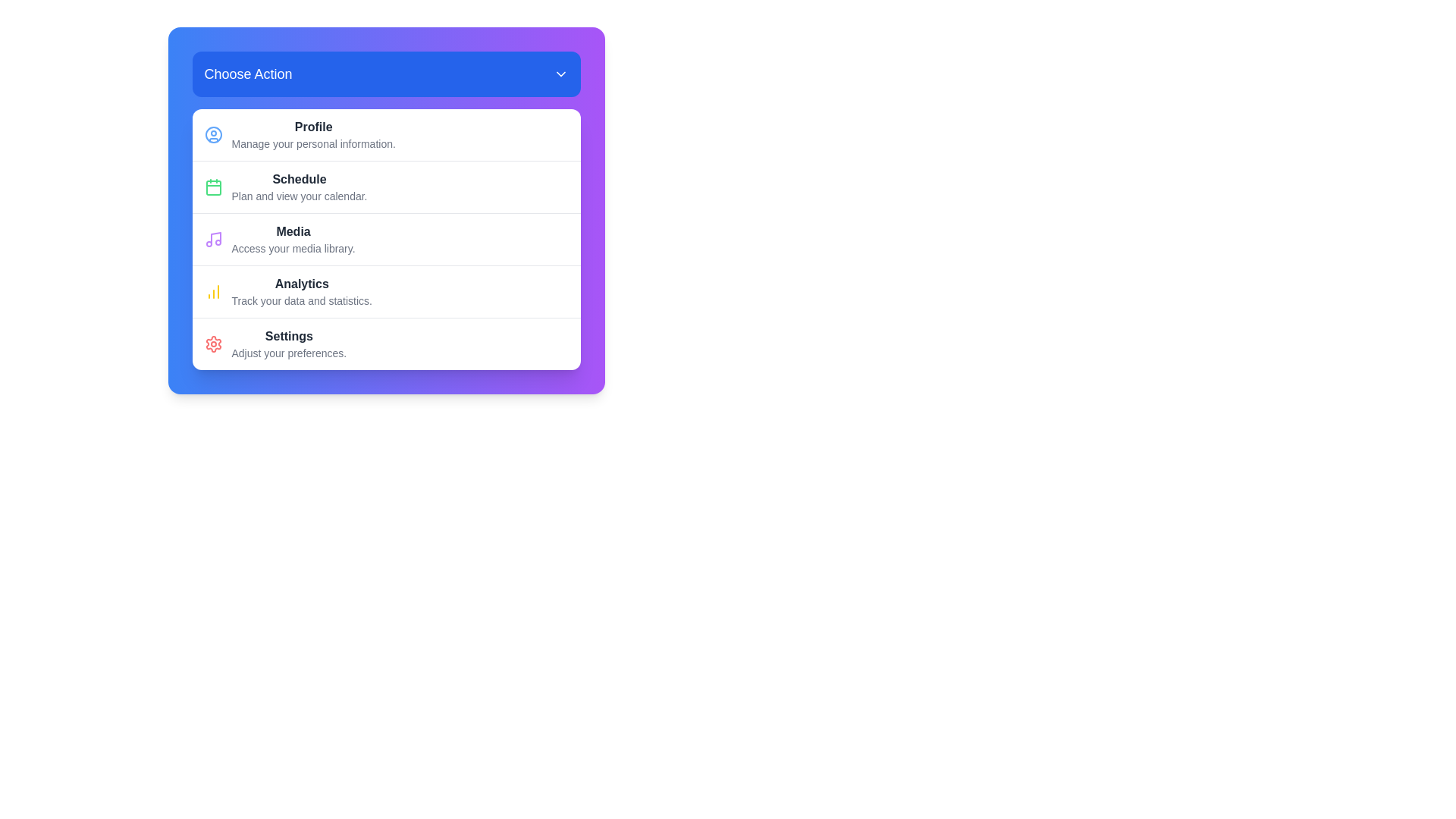 The width and height of the screenshot is (1456, 819). I want to click on the third item in the list, which represents a navigation link, so click(386, 239).